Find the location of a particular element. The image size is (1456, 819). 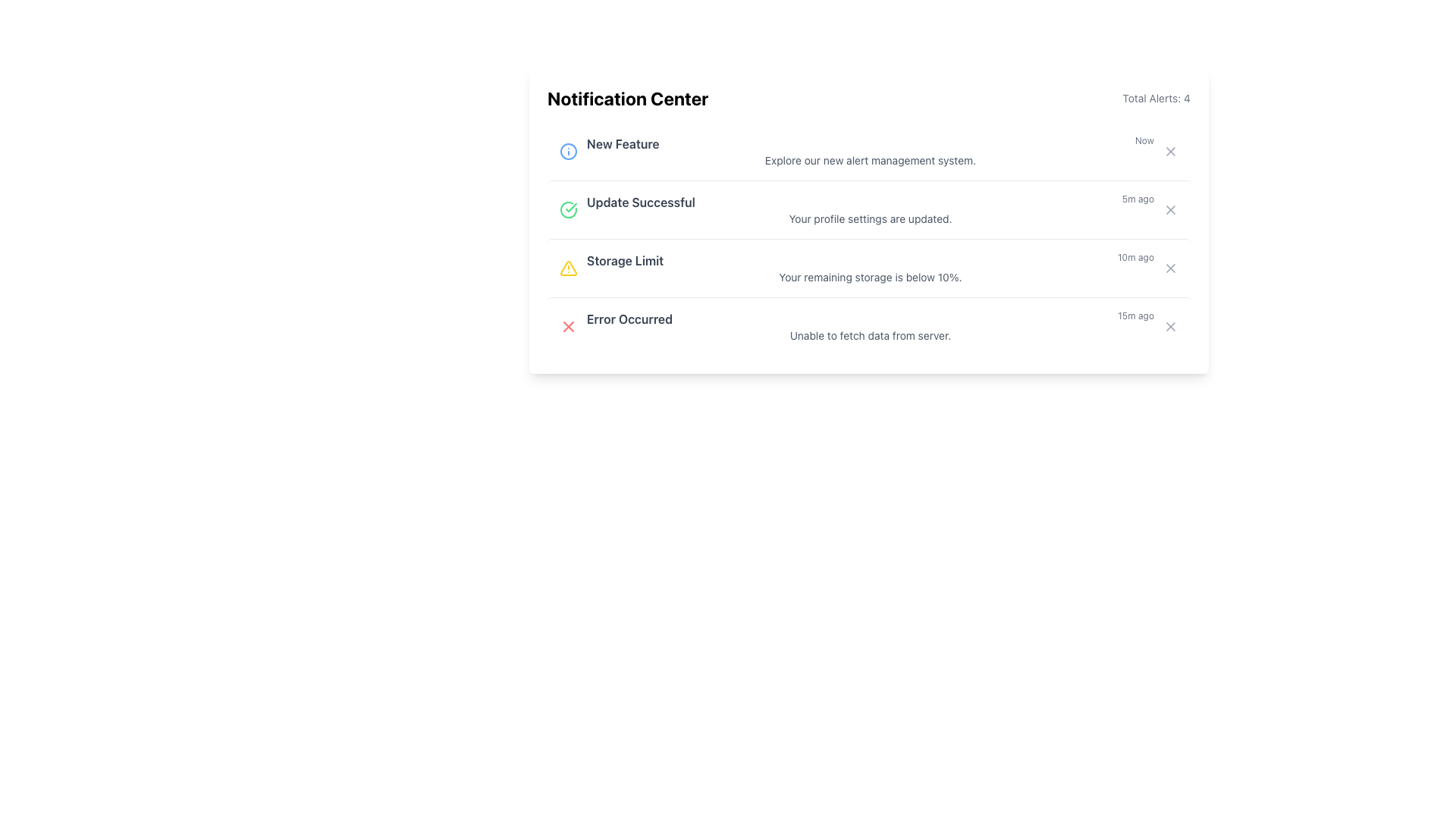

the alert icon located at the top-left corner of the first notification item, next to the bolded text 'New Feature' is located at coordinates (567, 152).